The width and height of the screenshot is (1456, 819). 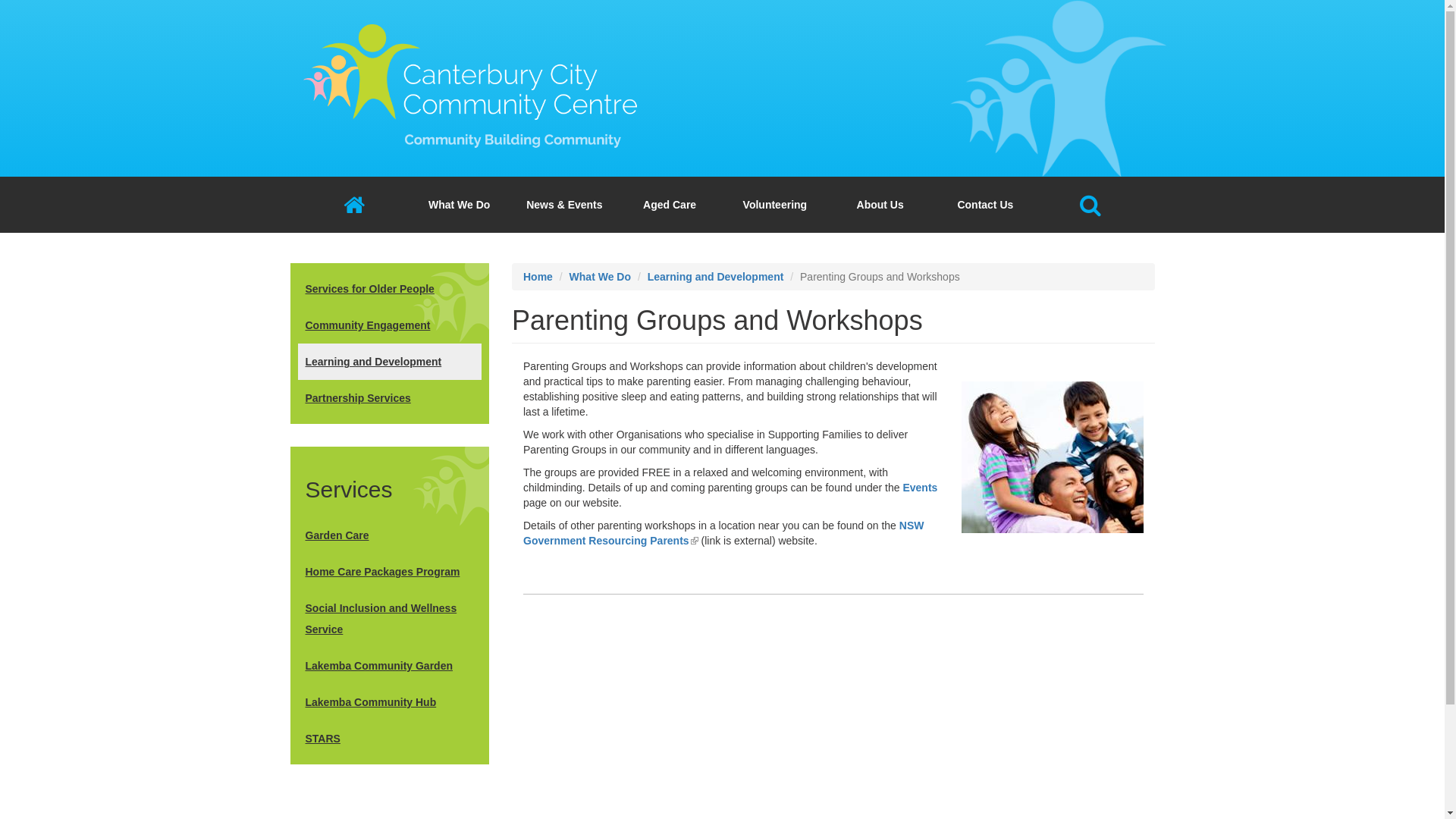 I want to click on 'What We Do', so click(x=458, y=205).